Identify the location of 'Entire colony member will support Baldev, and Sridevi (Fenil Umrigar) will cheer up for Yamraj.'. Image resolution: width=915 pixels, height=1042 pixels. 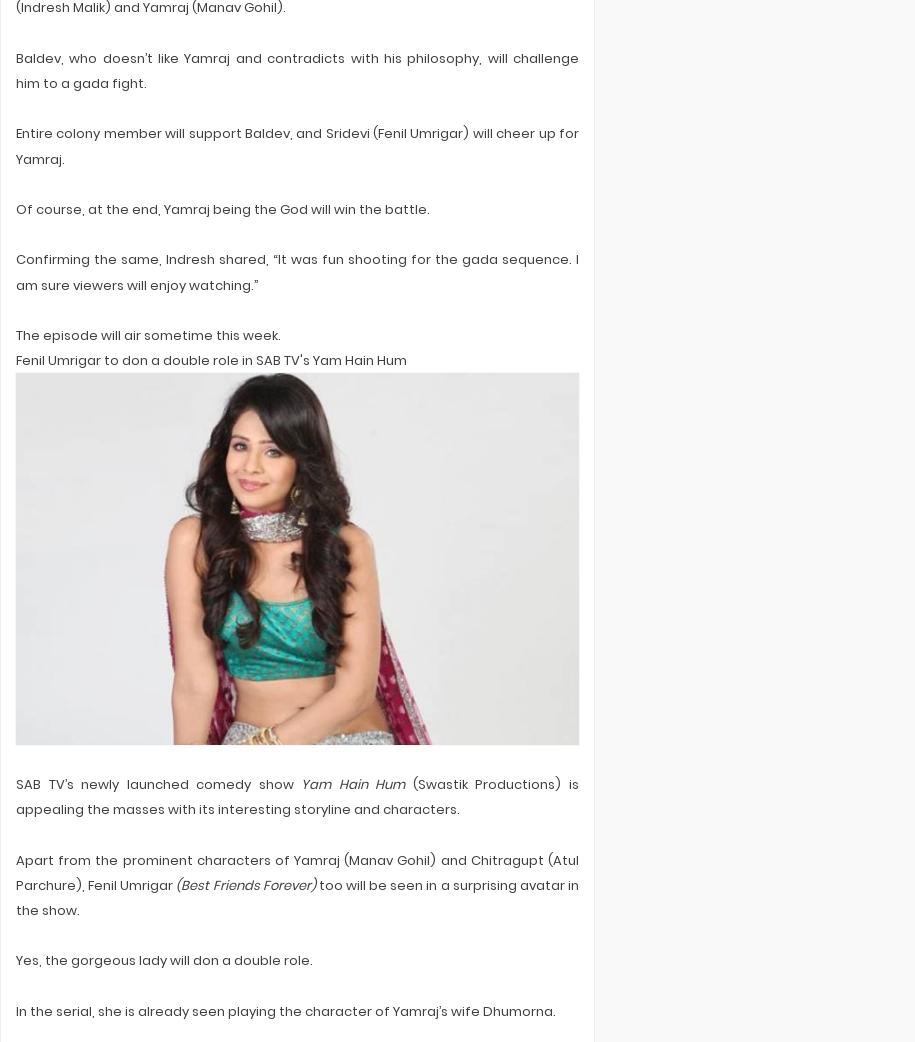
(296, 145).